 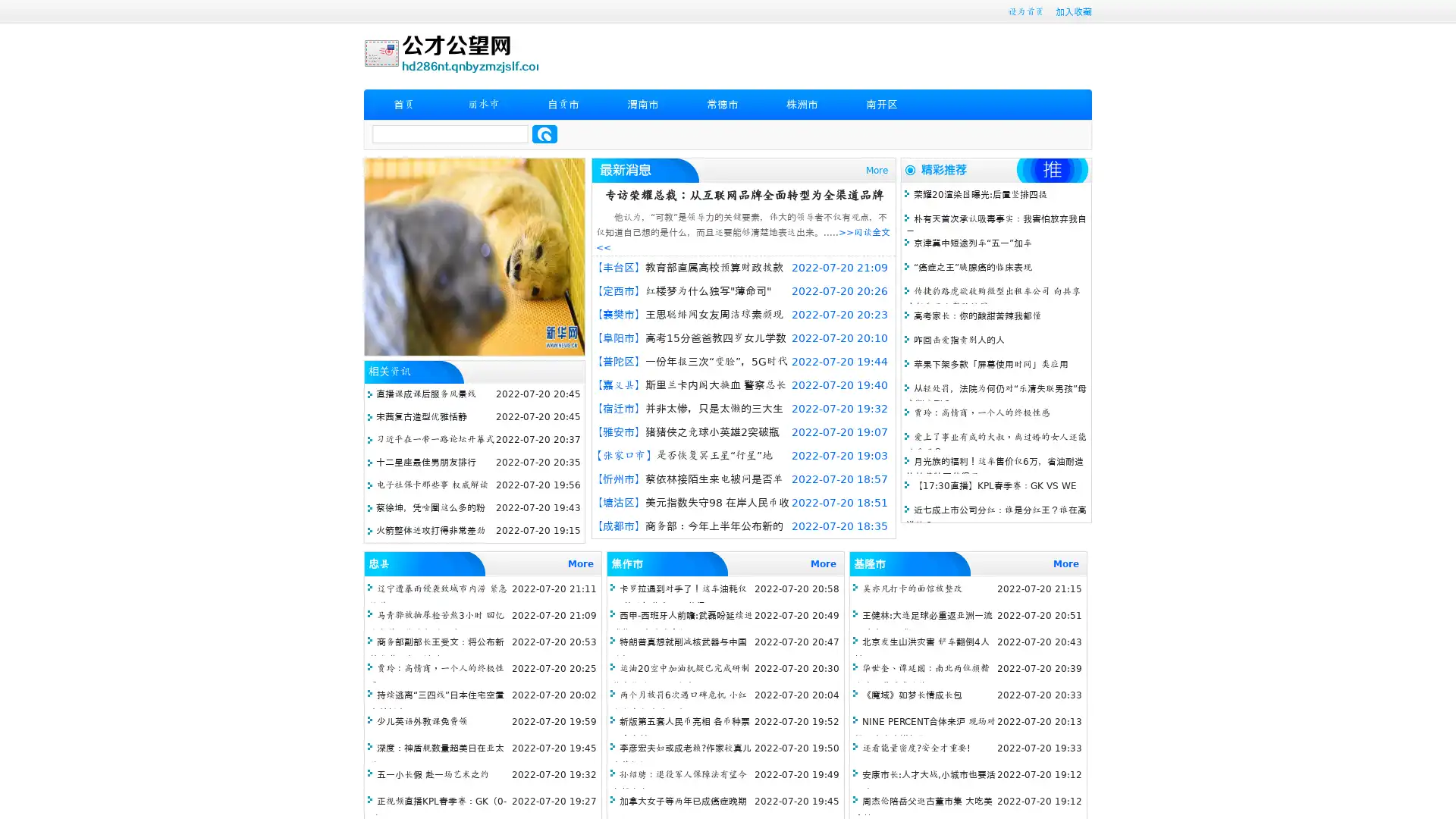 What do you see at coordinates (544, 133) in the screenshot?
I see `Search` at bounding box center [544, 133].